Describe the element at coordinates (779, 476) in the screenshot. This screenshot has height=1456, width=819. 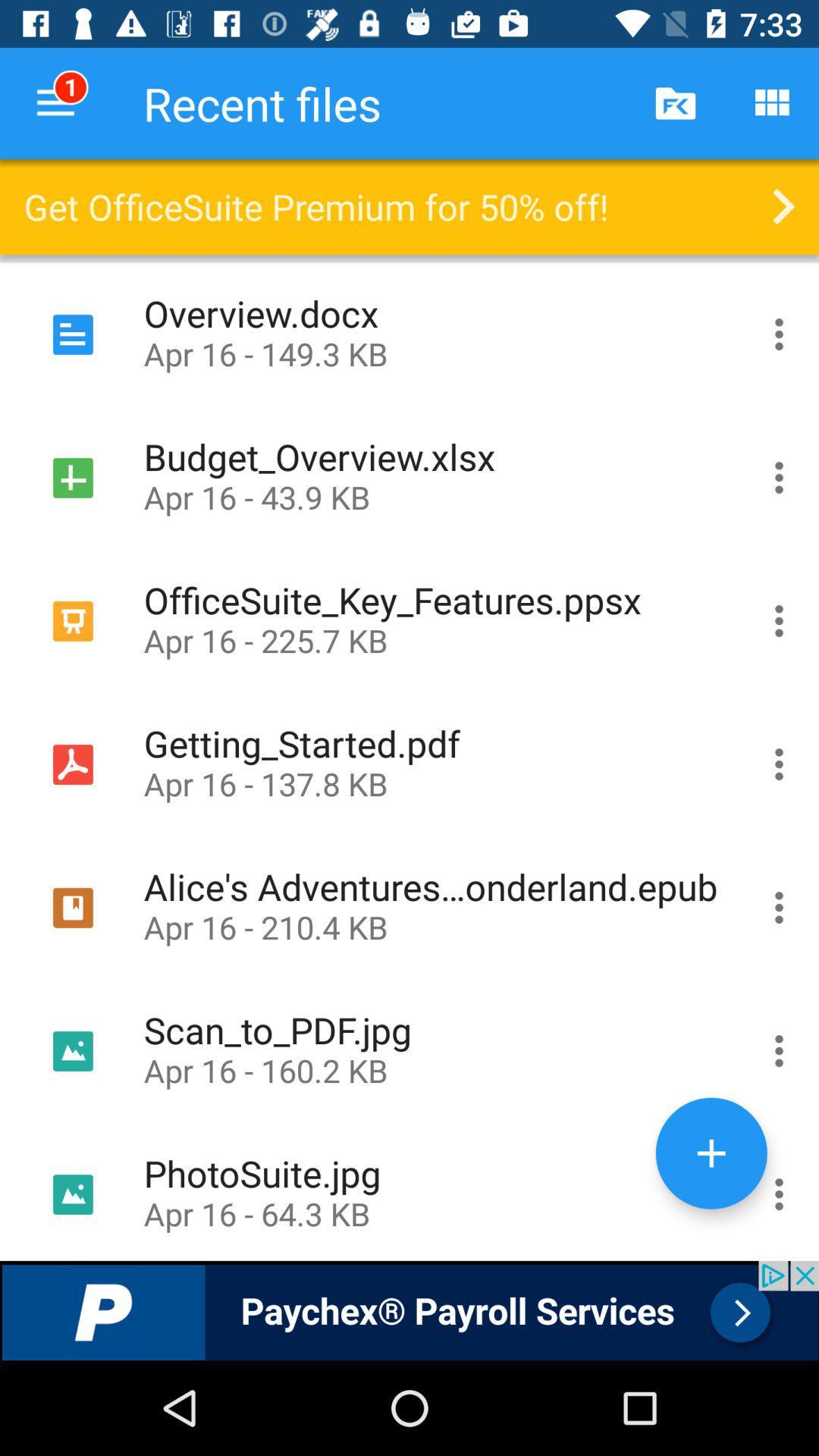
I see `open more options` at that location.